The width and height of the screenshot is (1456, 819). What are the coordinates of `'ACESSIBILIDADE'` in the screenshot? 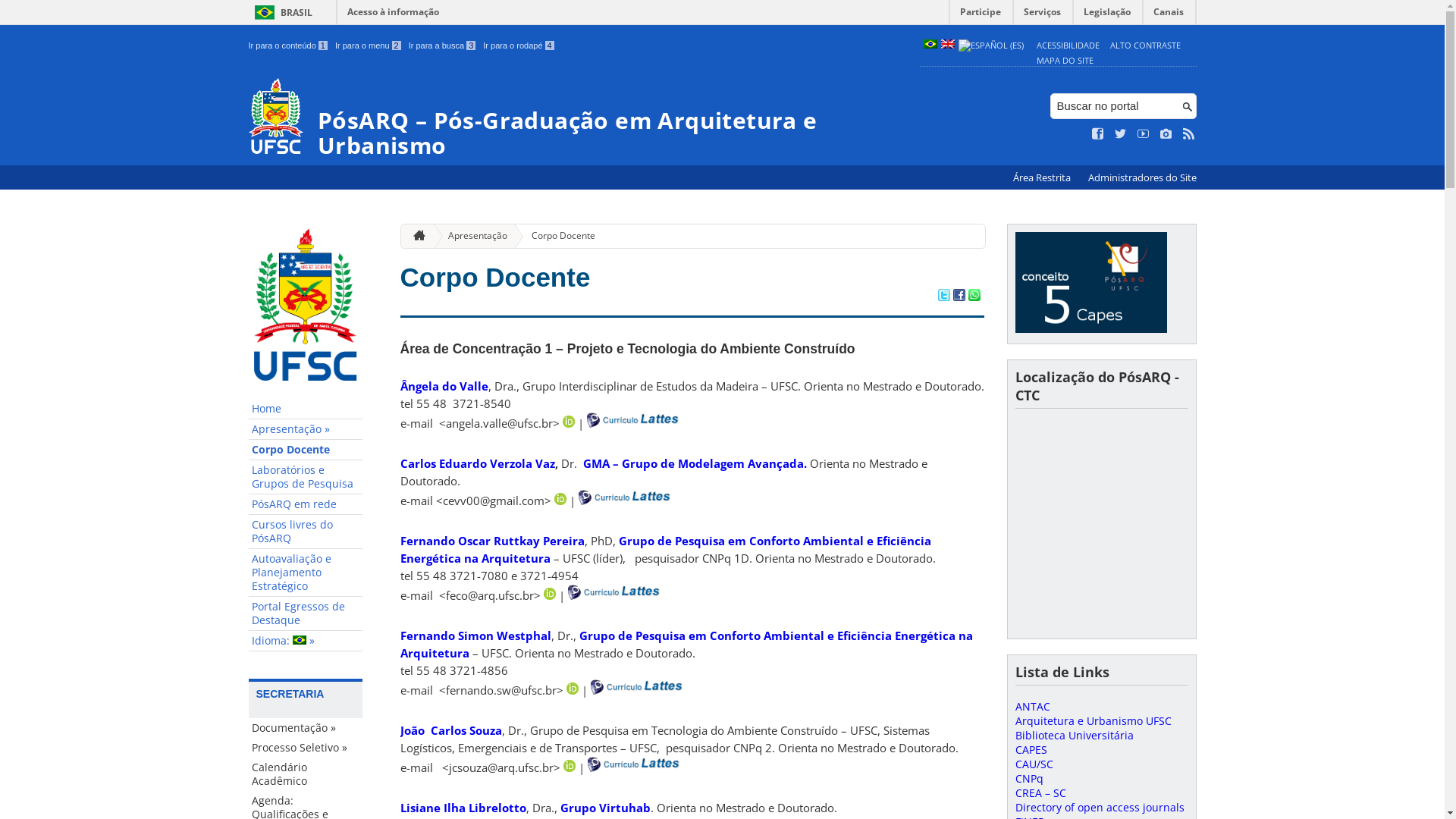 It's located at (1067, 44).